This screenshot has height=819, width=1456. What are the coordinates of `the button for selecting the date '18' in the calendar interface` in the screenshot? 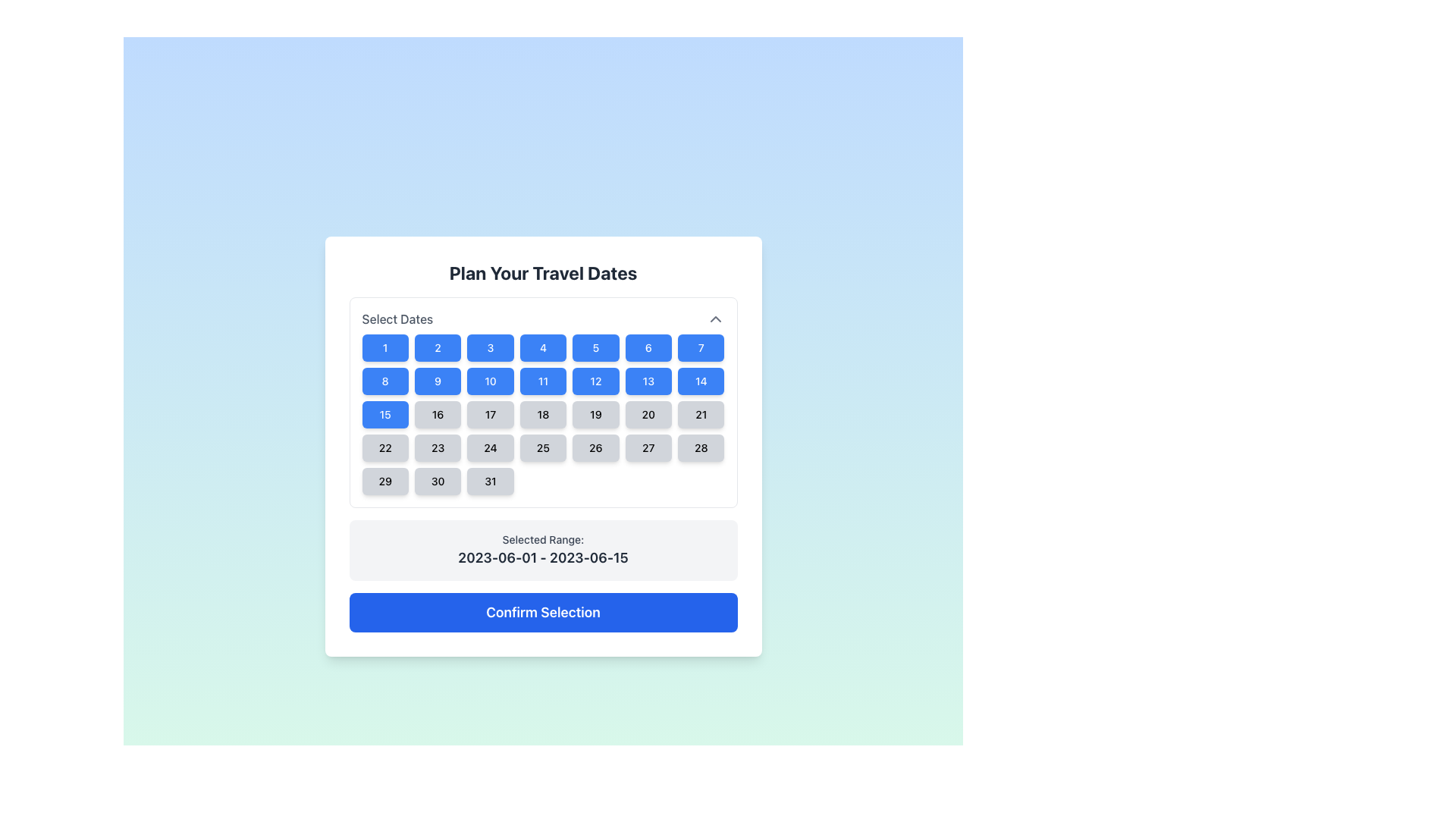 It's located at (543, 415).